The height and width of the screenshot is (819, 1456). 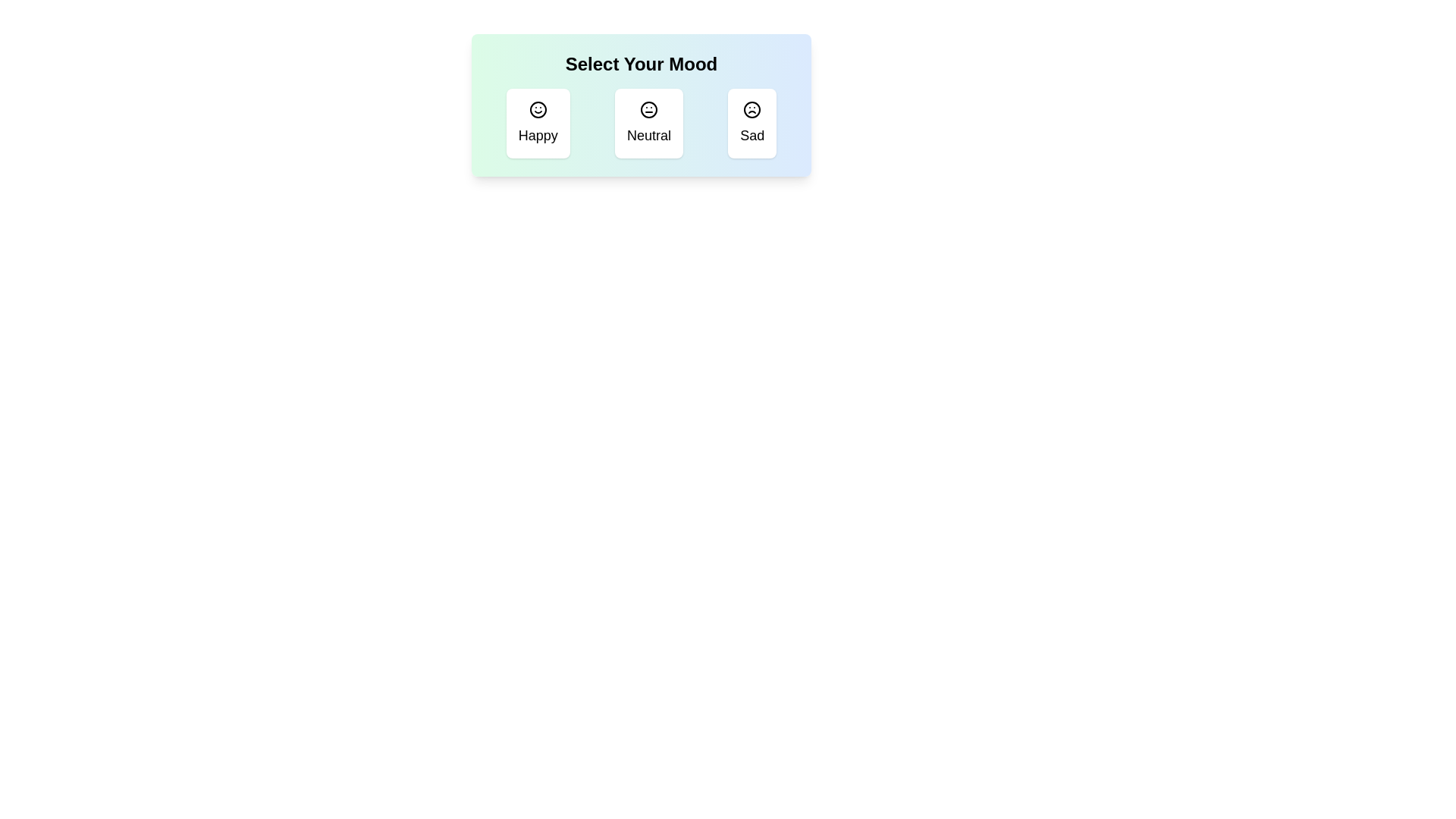 I want to click on the mood icon corresponding to Sad to toggle its selection, so click(x=752, y=122).